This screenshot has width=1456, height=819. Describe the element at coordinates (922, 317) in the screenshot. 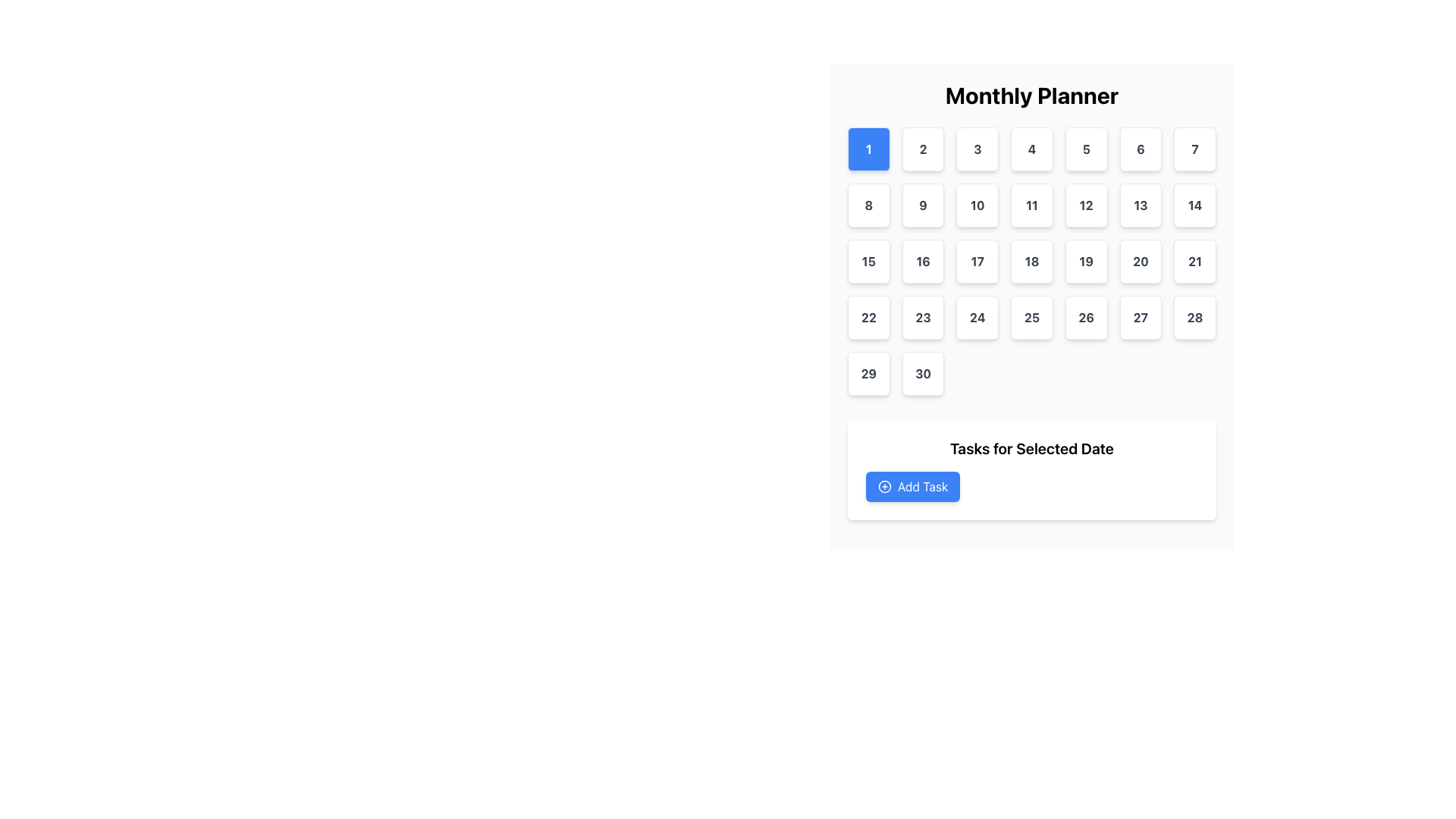

I see `the button representing the 23rd day in the Monthly Planner` at that location.